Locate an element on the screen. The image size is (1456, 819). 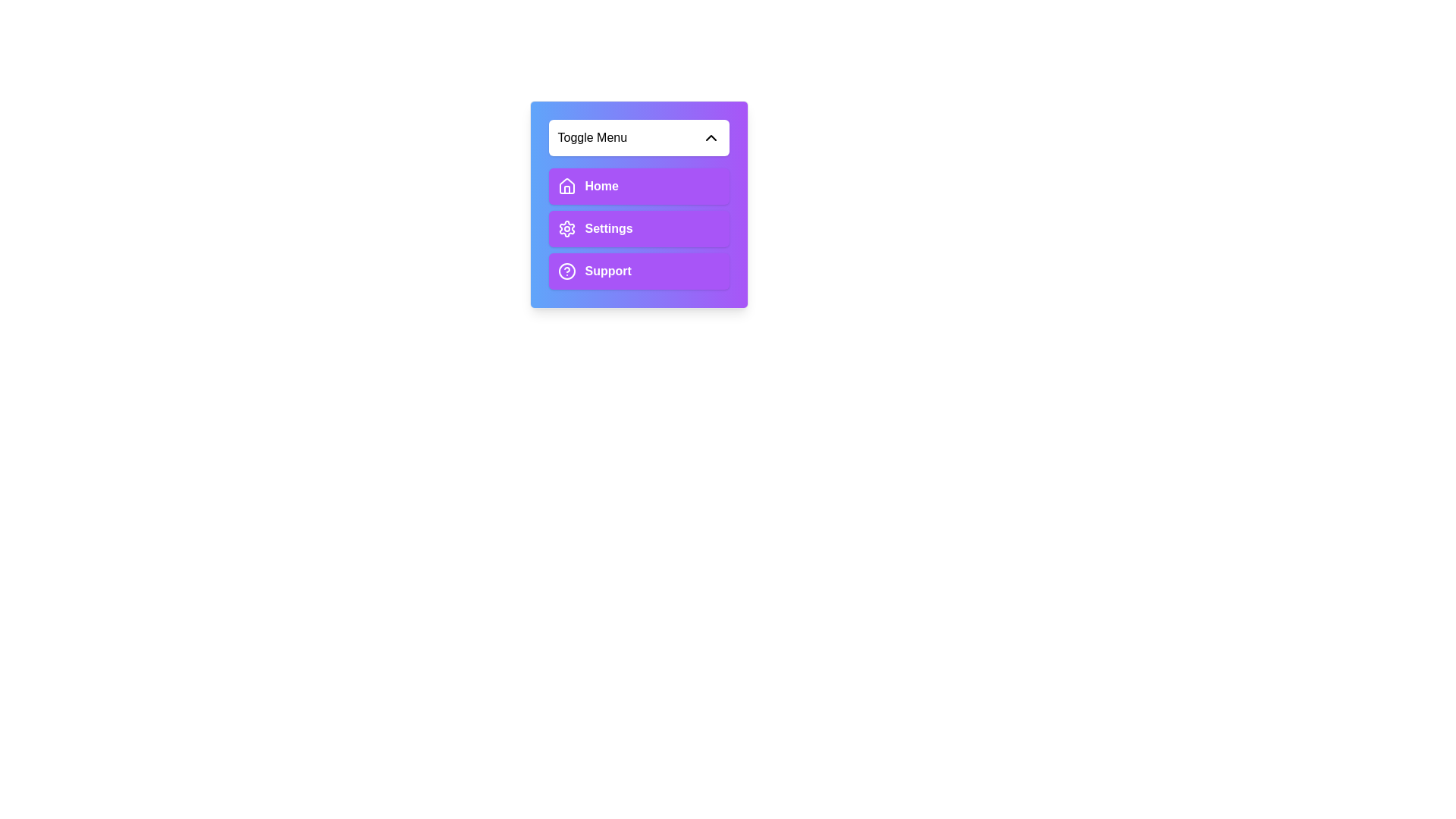
the text label that serves as the title for the first menu option in the vertical navigation menu, located within the first purple tab beneath the 'Toggle Menu' dropdown is located at coordinates (601, 186).